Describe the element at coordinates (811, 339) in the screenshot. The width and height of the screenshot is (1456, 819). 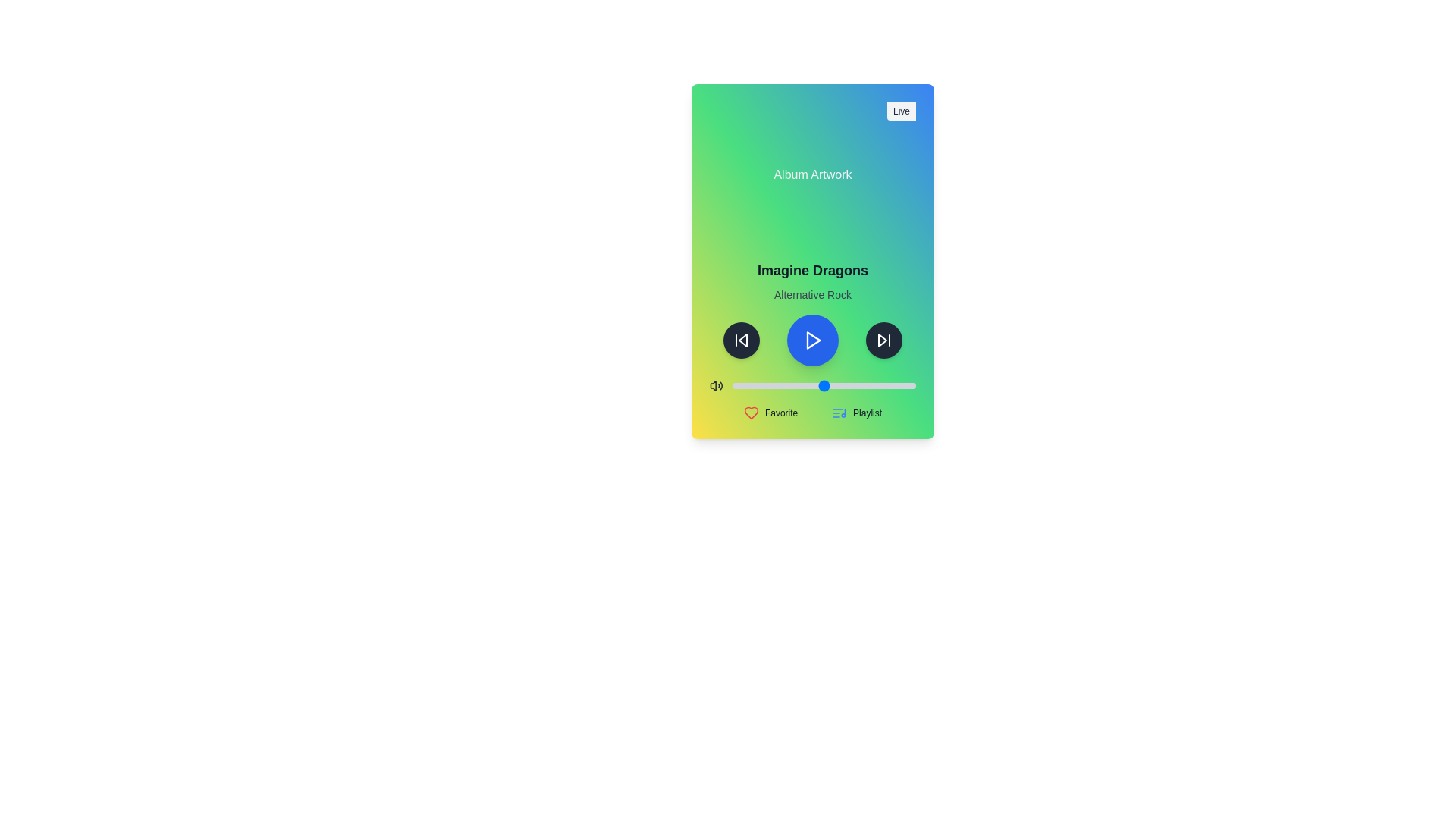
I see `the triangular play icon with a white outline on a blue circular background, located at the bottom-center section of the card` at that location.